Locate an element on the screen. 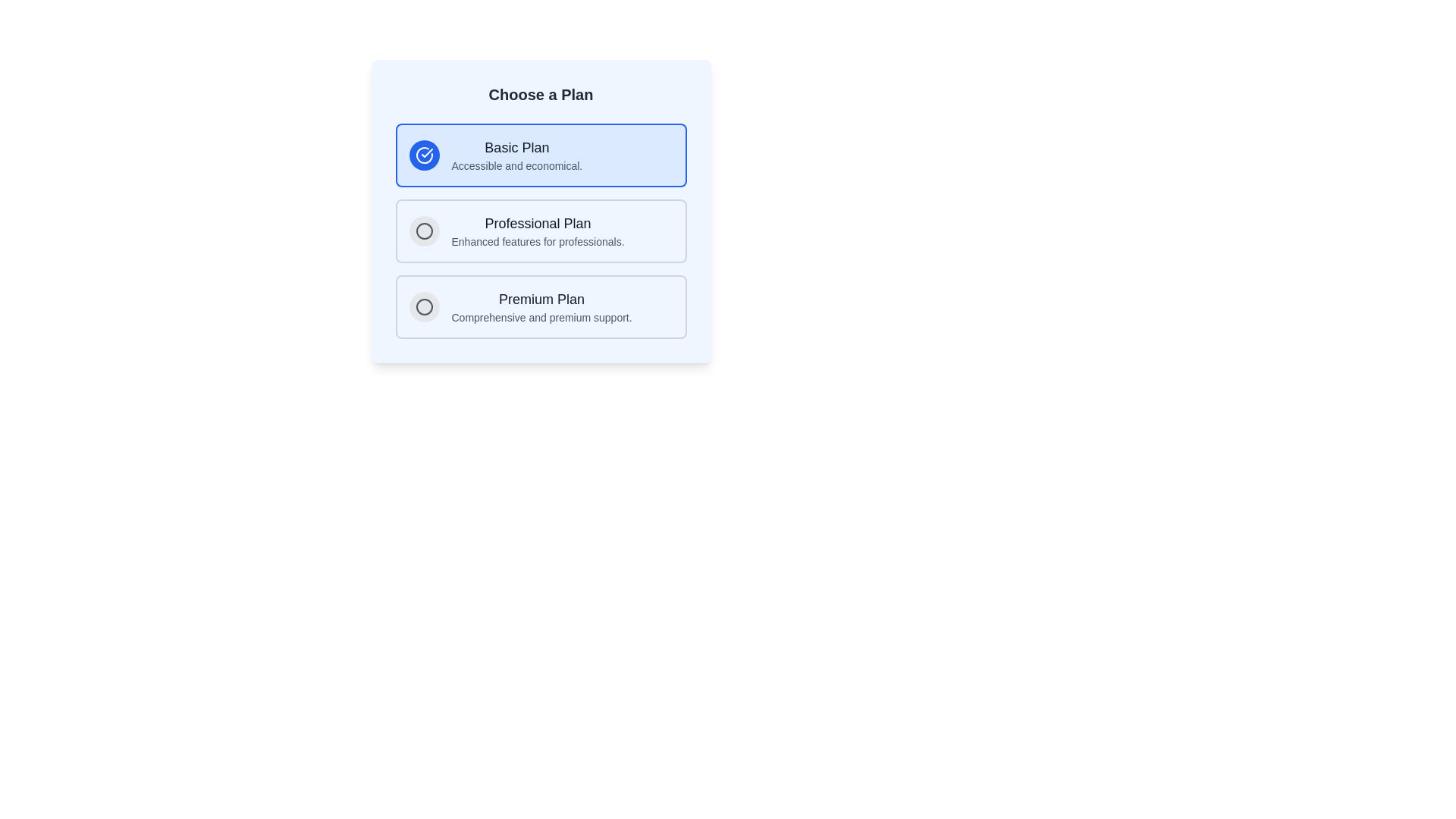  the text label that says 'Comprehensive and premium support.' located beneath the 'Premium Plan' heading is located at coordinates (541, 317).